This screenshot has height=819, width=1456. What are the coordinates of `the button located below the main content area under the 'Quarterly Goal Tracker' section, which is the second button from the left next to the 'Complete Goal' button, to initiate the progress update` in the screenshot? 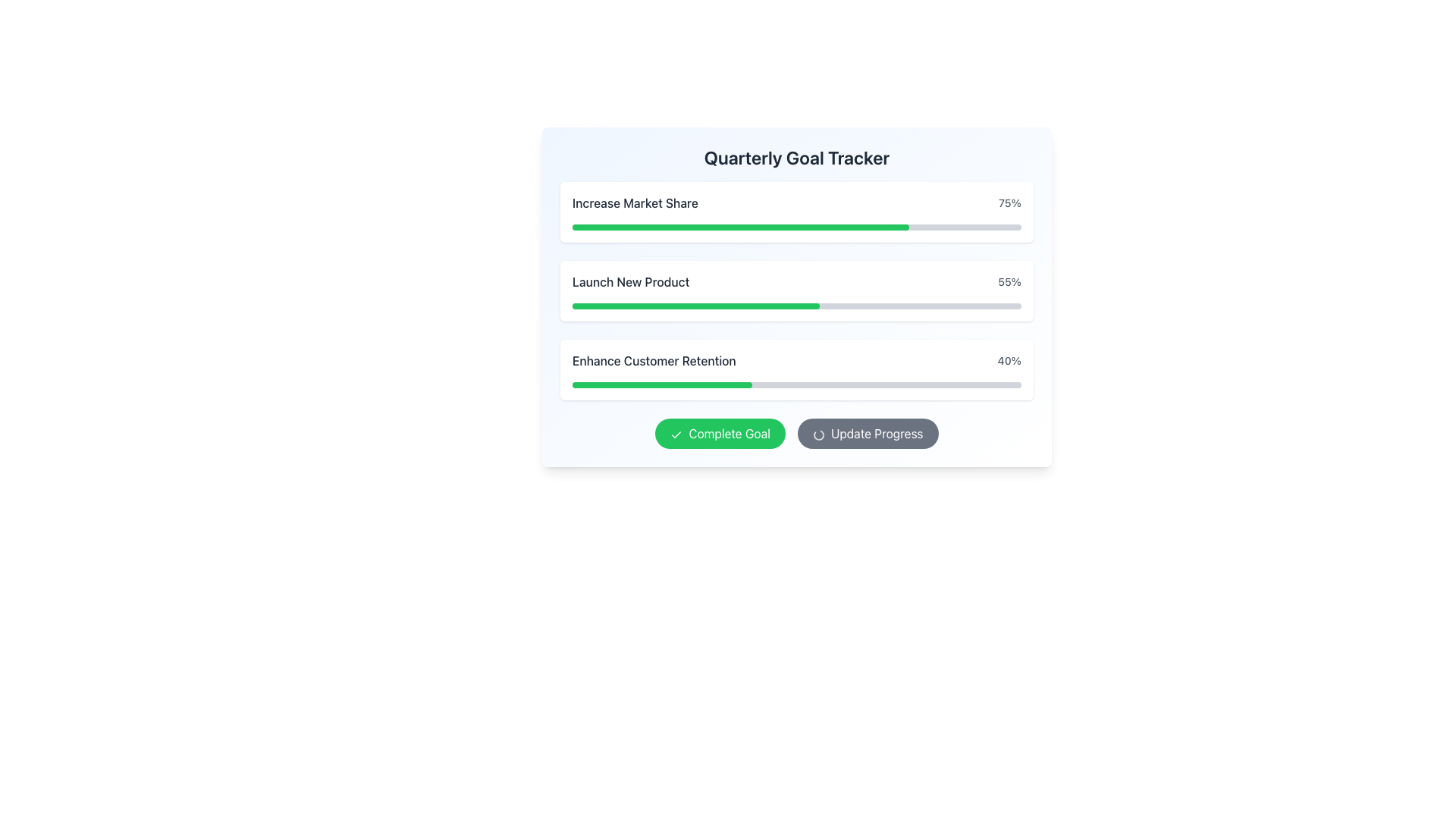 It's located at (868, 433).